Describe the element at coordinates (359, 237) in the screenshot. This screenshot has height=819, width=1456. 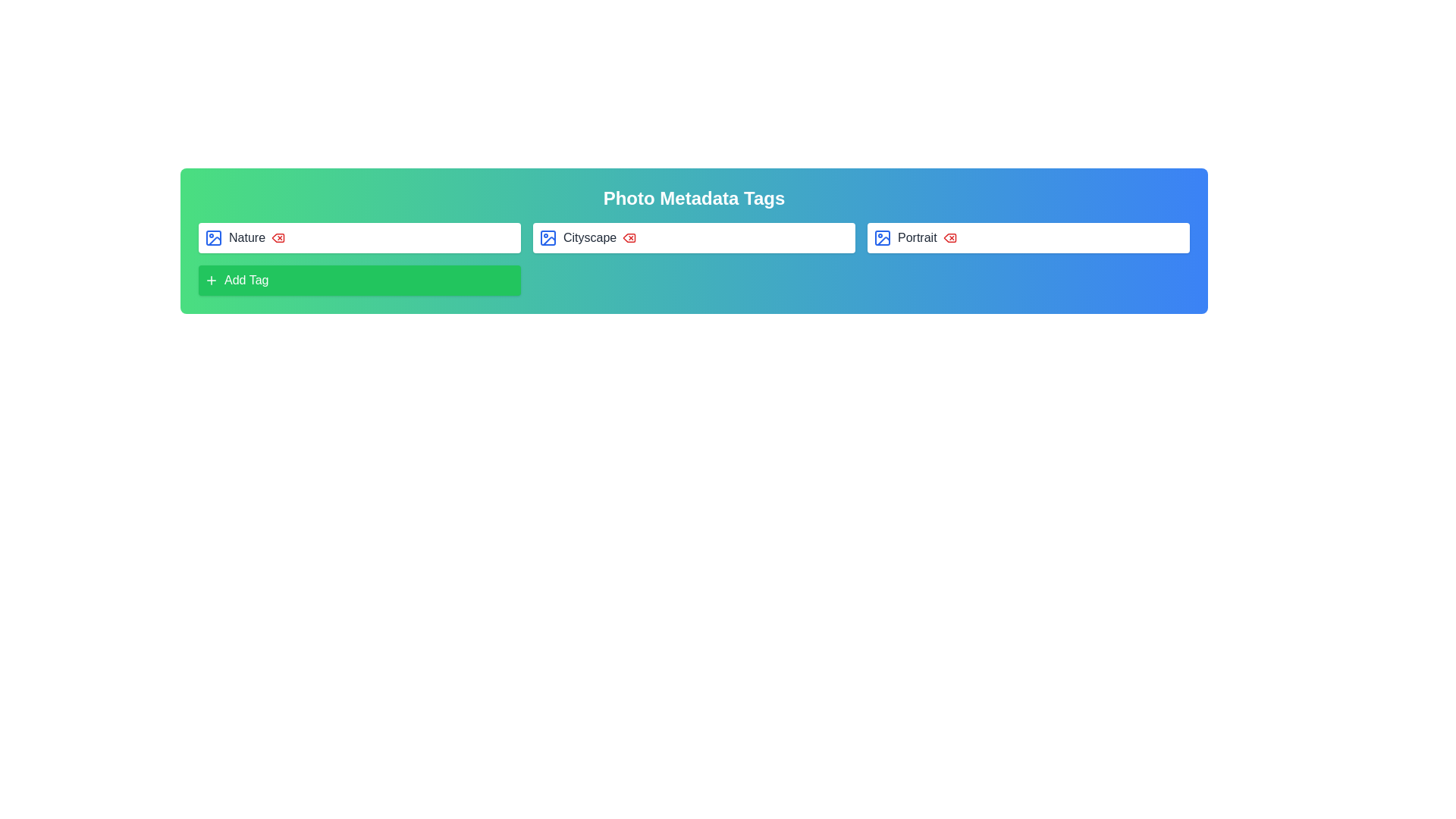
I see `the 'Nature' tag element, which is the first in a grid-style layout of tags at the top row` at that location.